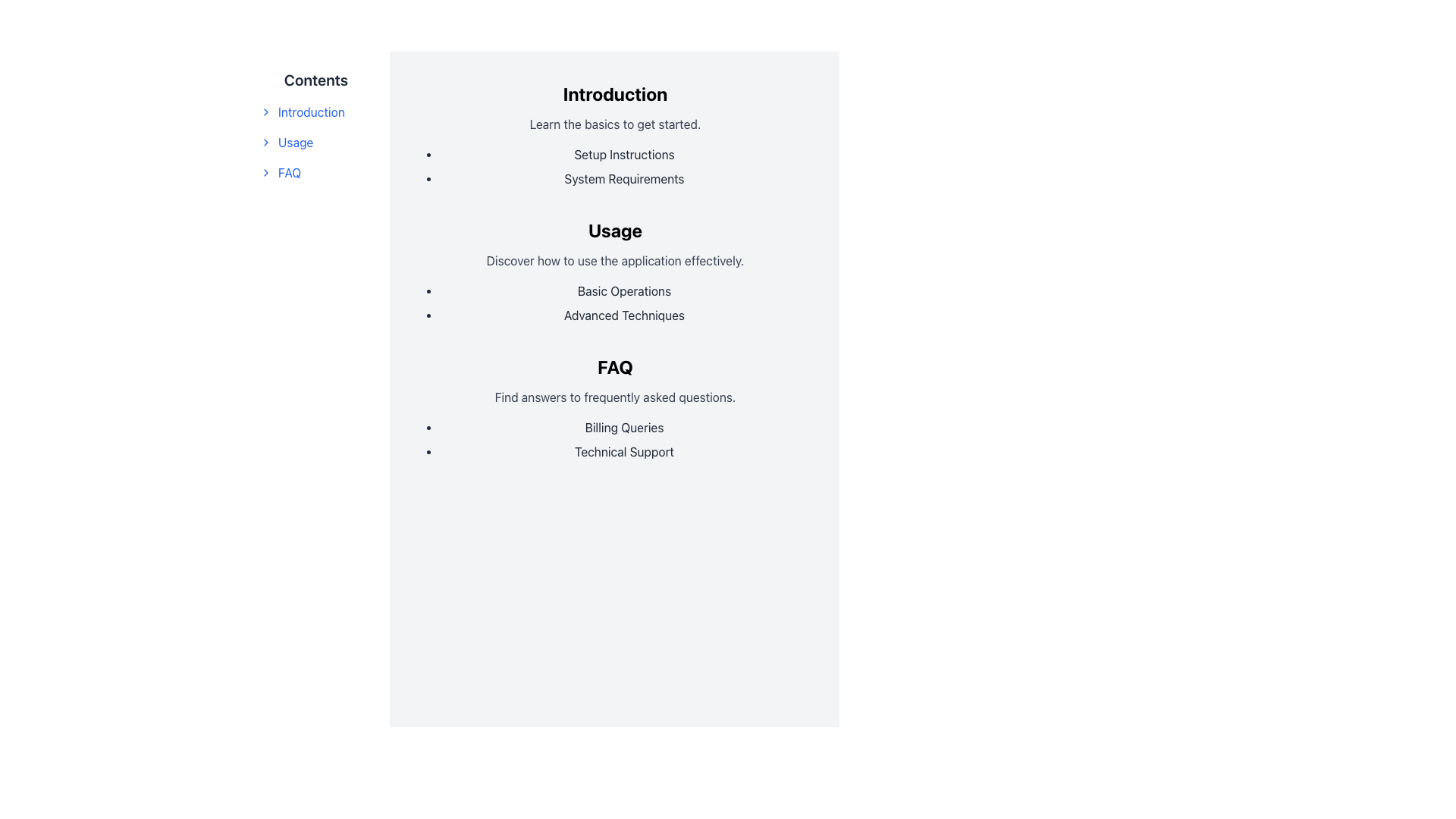  Describe the element at coordinates (624, 291) in the screenshot. I see `the textual label 'Basic Operations' which is styled in gray (#808080) and located under the 'Usage' section in a vertical list` at that location.